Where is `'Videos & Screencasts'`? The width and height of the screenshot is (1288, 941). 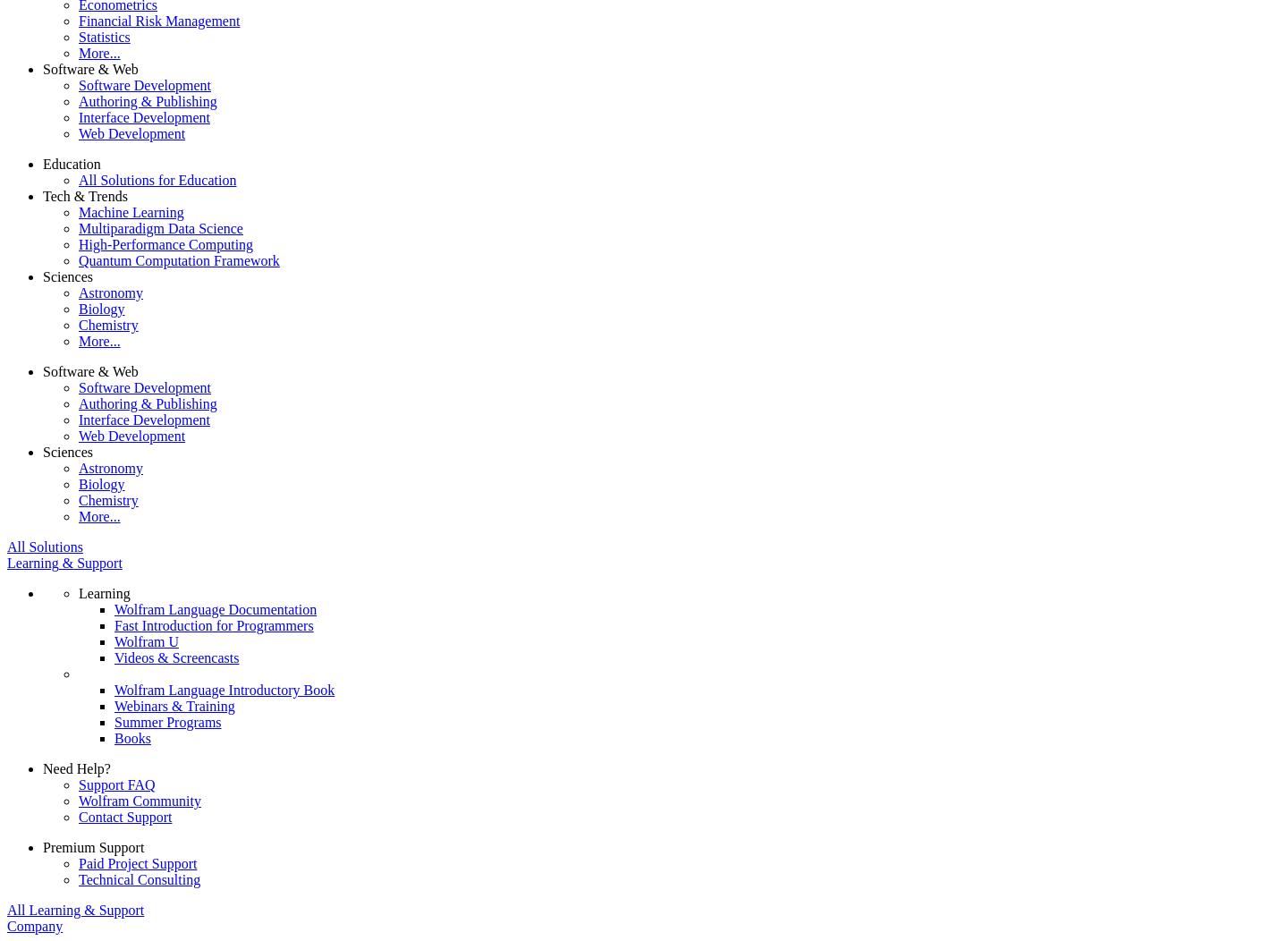 'Videos & Screencasts' is located at coordinates (176, 657).